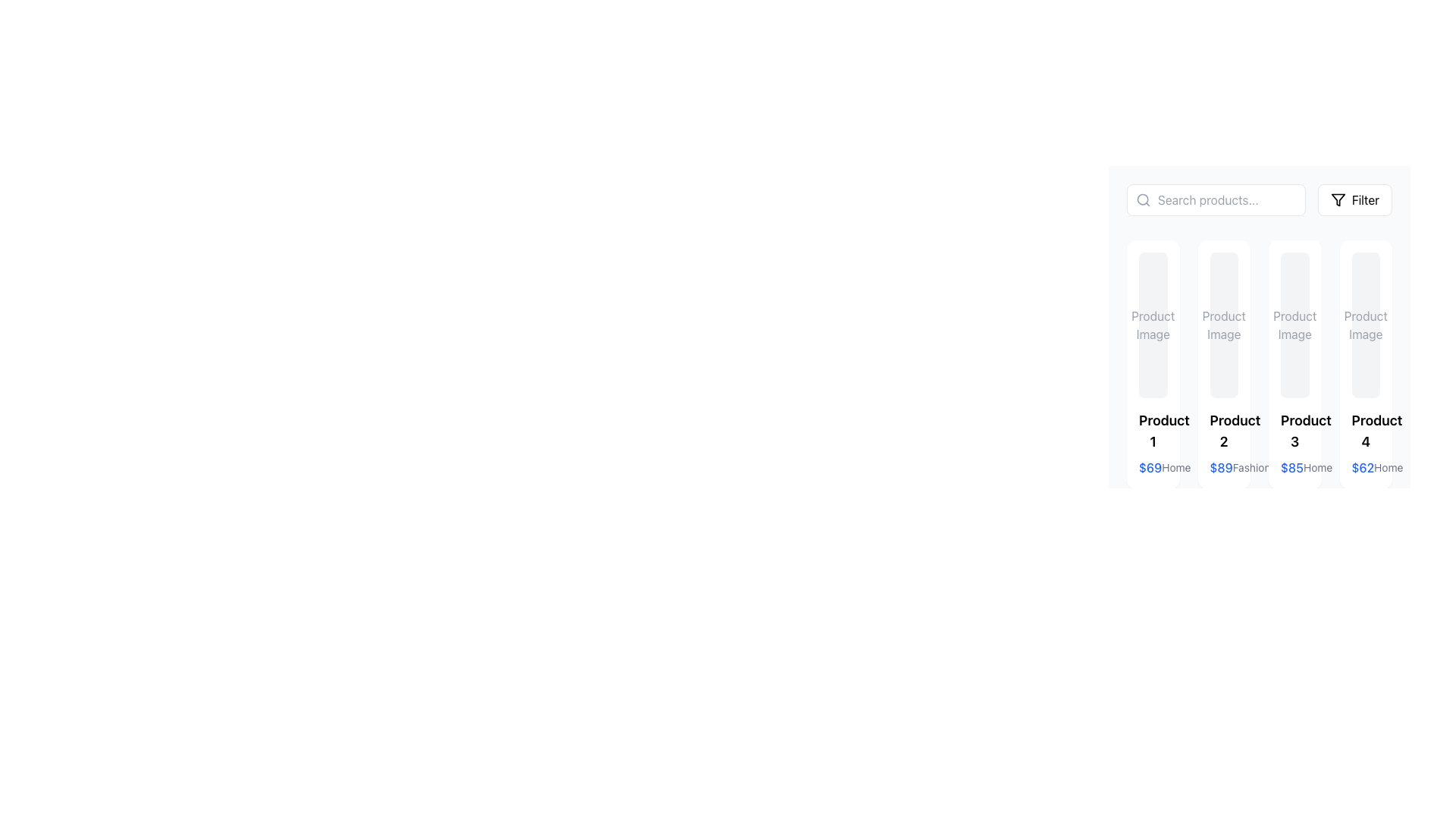 This screenshot has height=819, width=1456. I want to click on the Text Label displaying 'Product 4', which is positioned below the image placeholder and above the price and category section, so click(1366, 431).